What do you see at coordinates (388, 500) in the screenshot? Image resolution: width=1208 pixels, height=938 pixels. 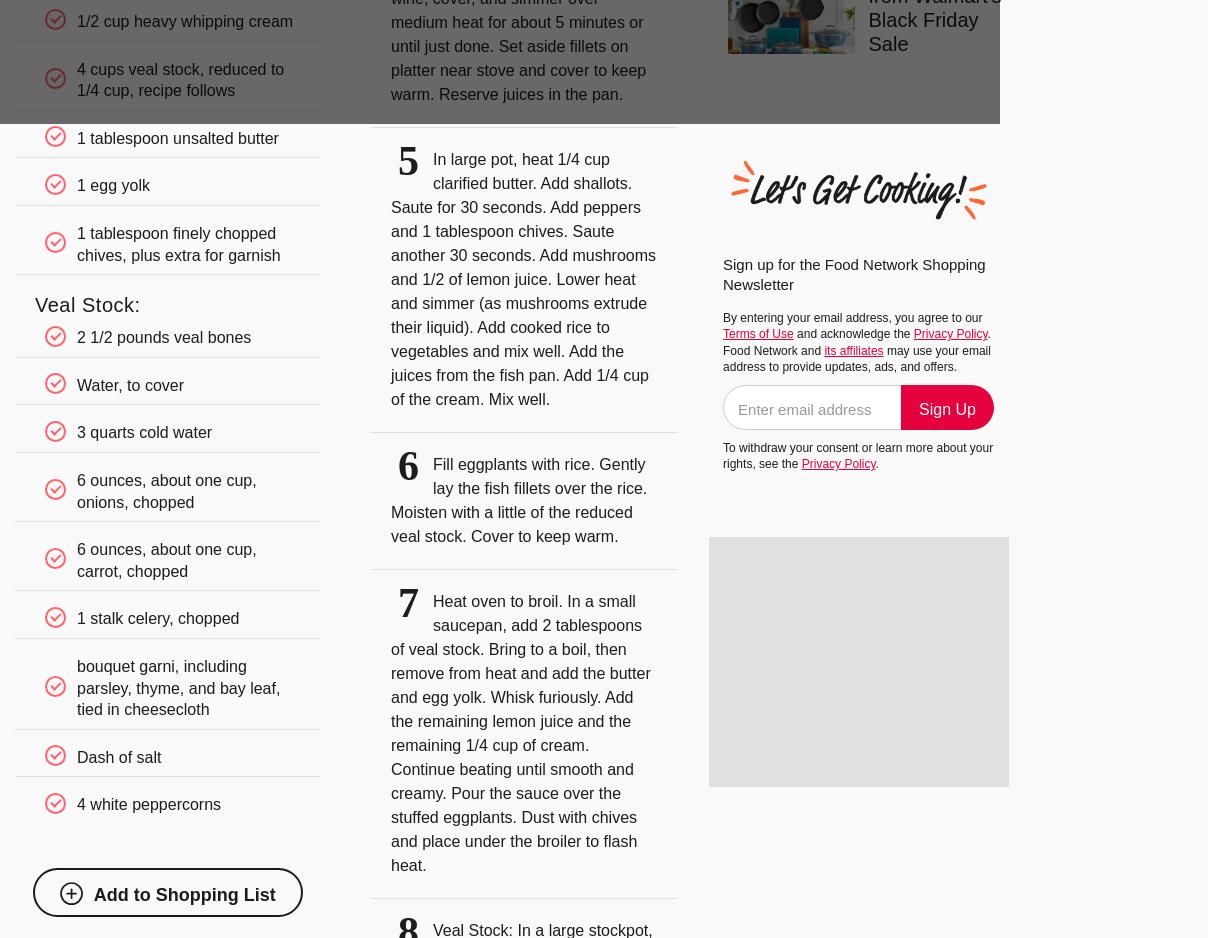 I see `'Fill eggplants with rice. Gently lay the fish fillets over the rice. Moisten with a little of the reduced veal stock. Cover to keep warm.'` at bounding box center [388, 500].